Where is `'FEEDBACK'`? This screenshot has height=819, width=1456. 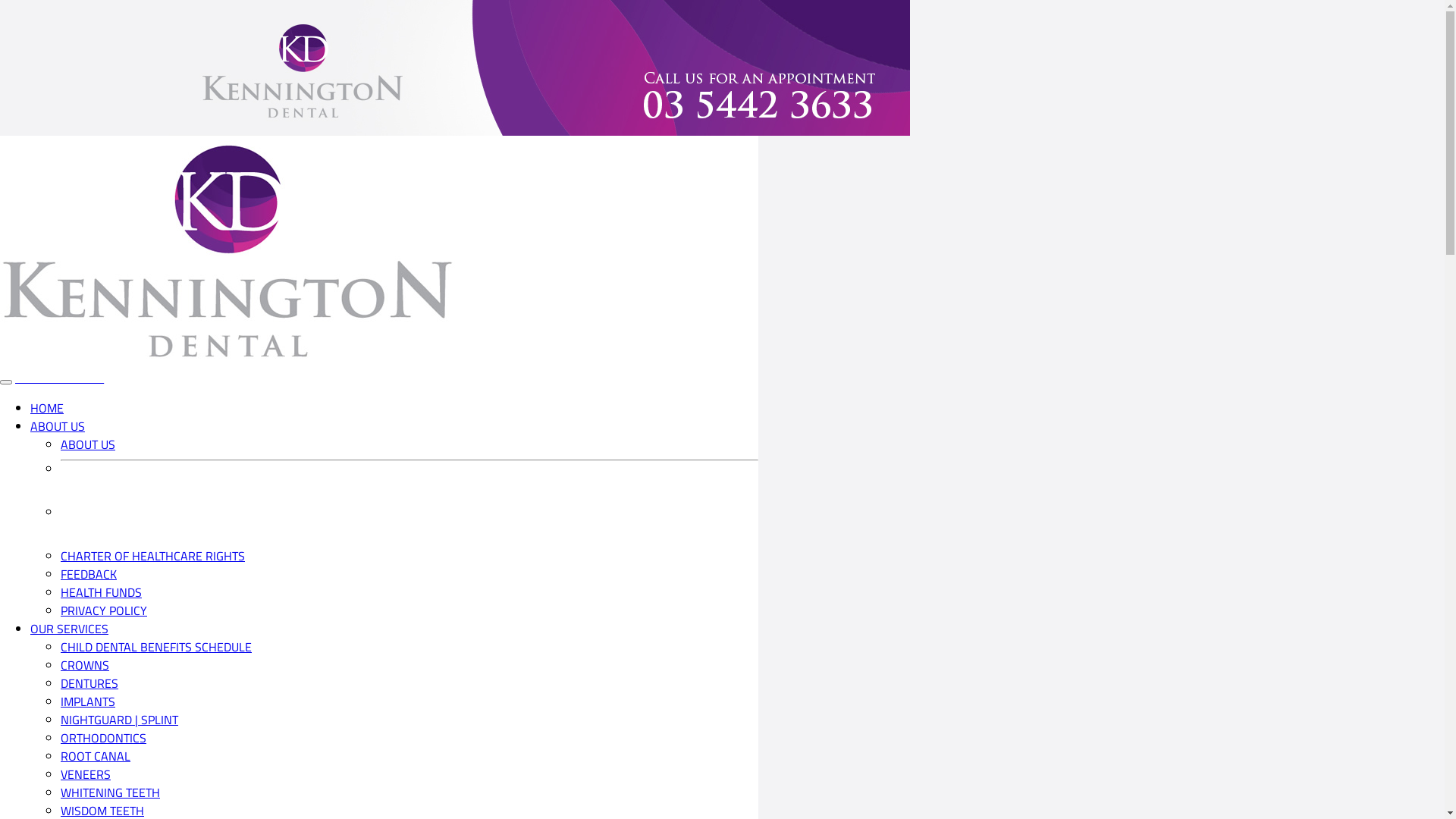 'FEEDBACK' is located at coordinates (61, 573).